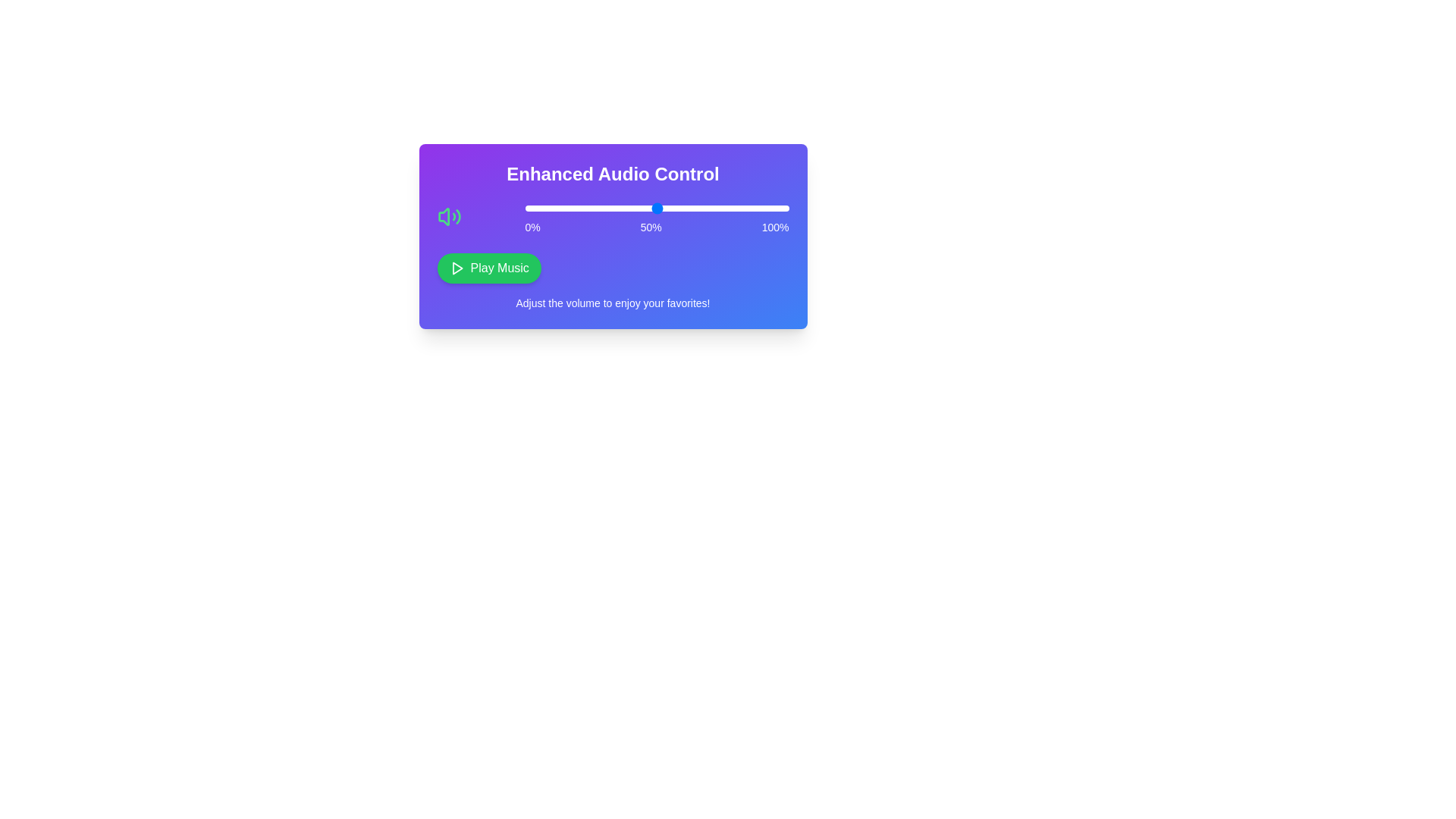  Describe the element at coordinates (488, 268) in the screenshot. I see `the 'Play Music' button to initiate music playback` at that location.